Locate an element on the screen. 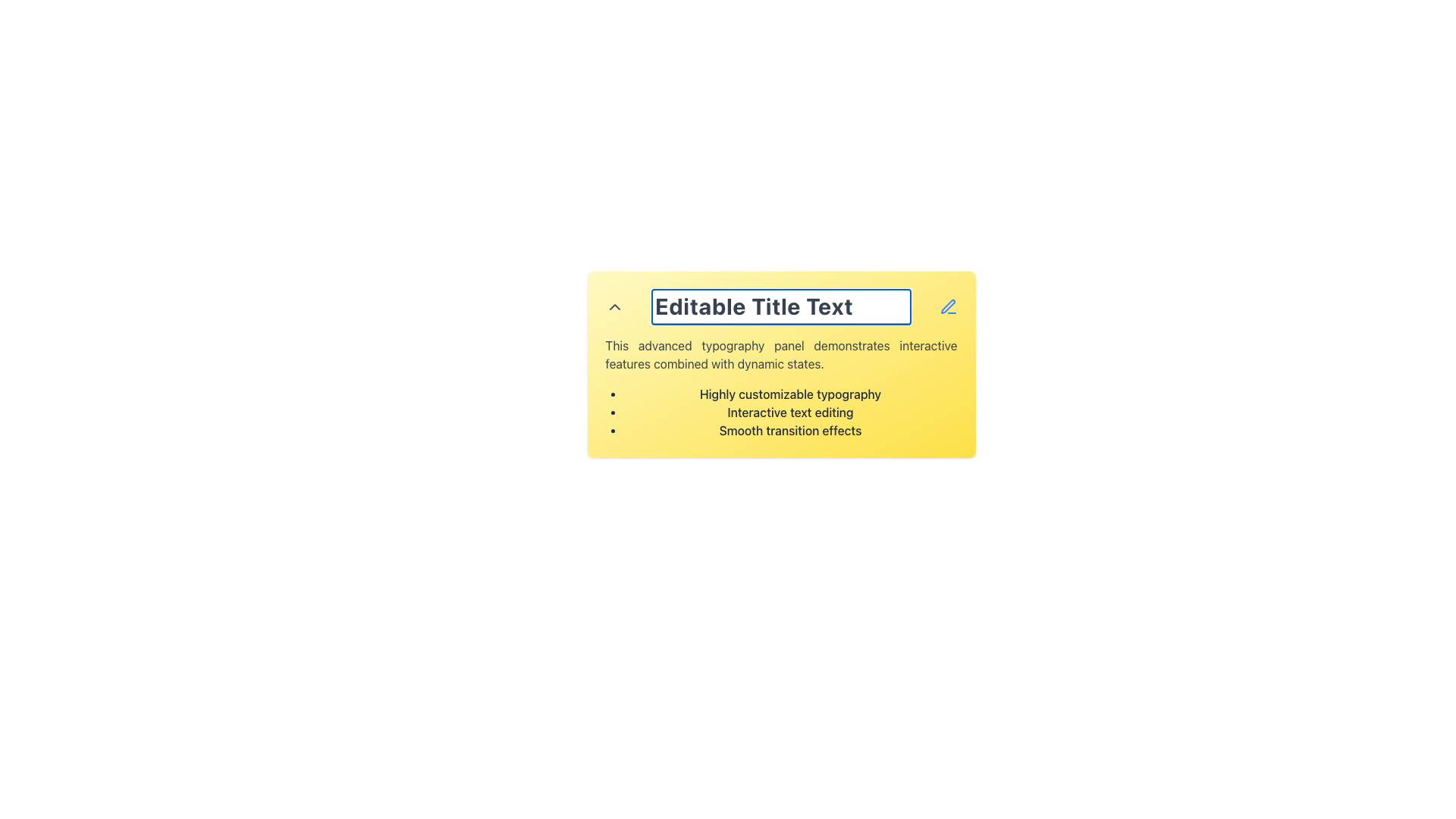  the small, blue pen-like icon located near the upper right corner of the yellow rectangular panel, adjacent to the 'Editable Title Text' input field is located at coordinates (946, 306).